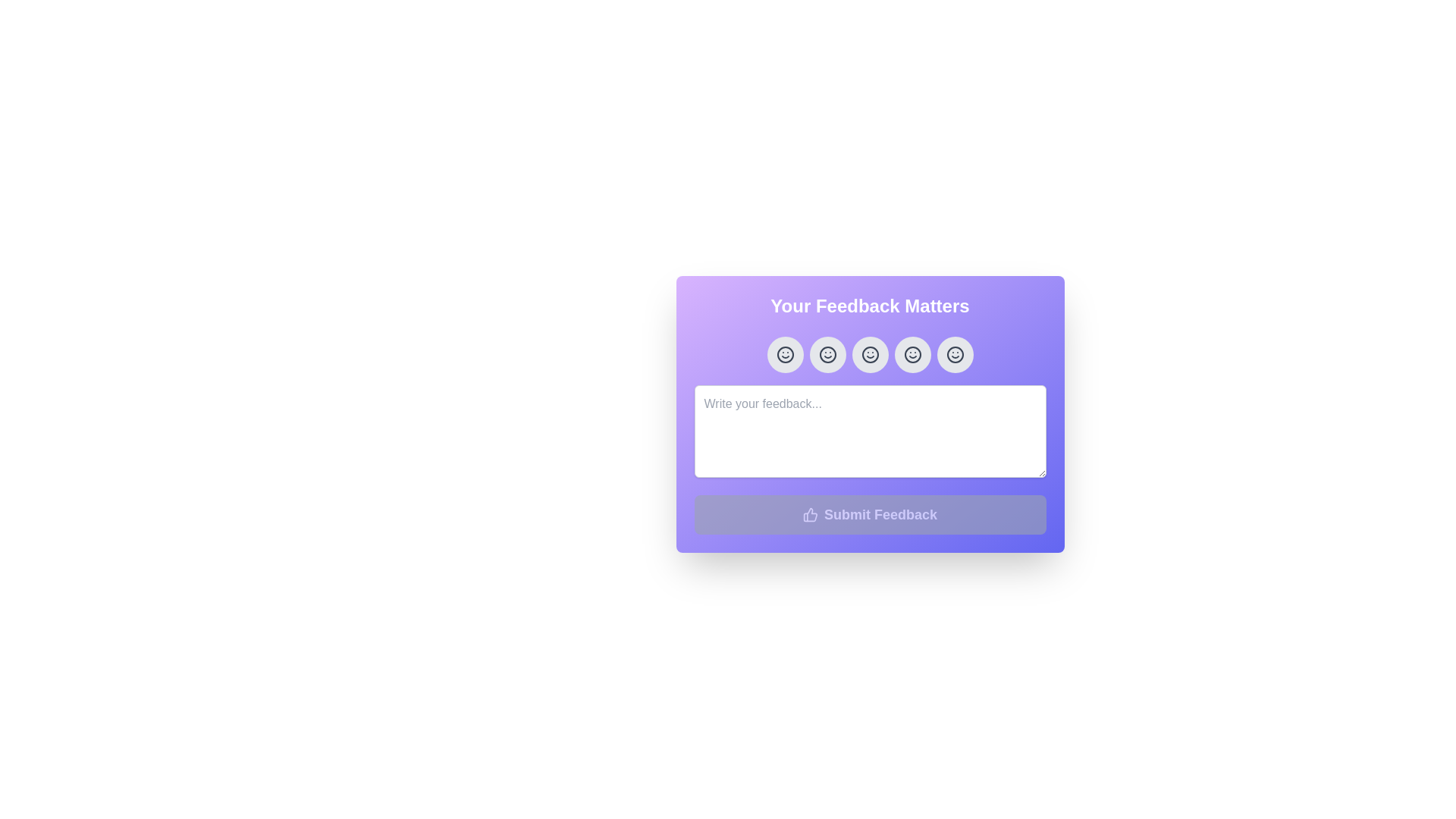 The height and width of the screenshot is (819, 1456). I want to click on the central circle (nose) of the smiley face icon located in the fifth position among horizontally aligned smiley icons in the feedback interface, so click(954, 354).